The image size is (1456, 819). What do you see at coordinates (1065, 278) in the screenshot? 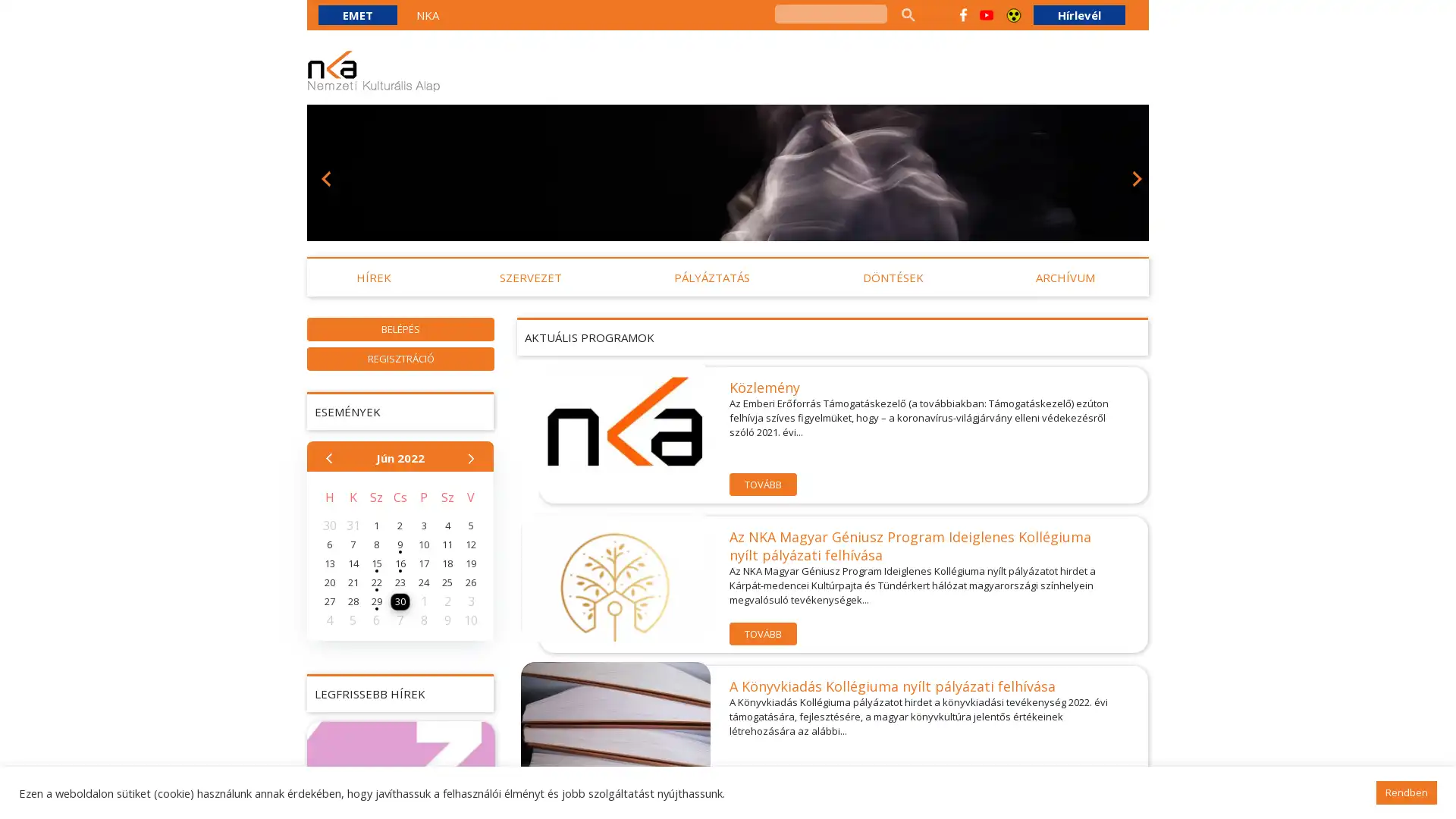
I see `ARCHIVUM` at bounding box center [1065, 278].